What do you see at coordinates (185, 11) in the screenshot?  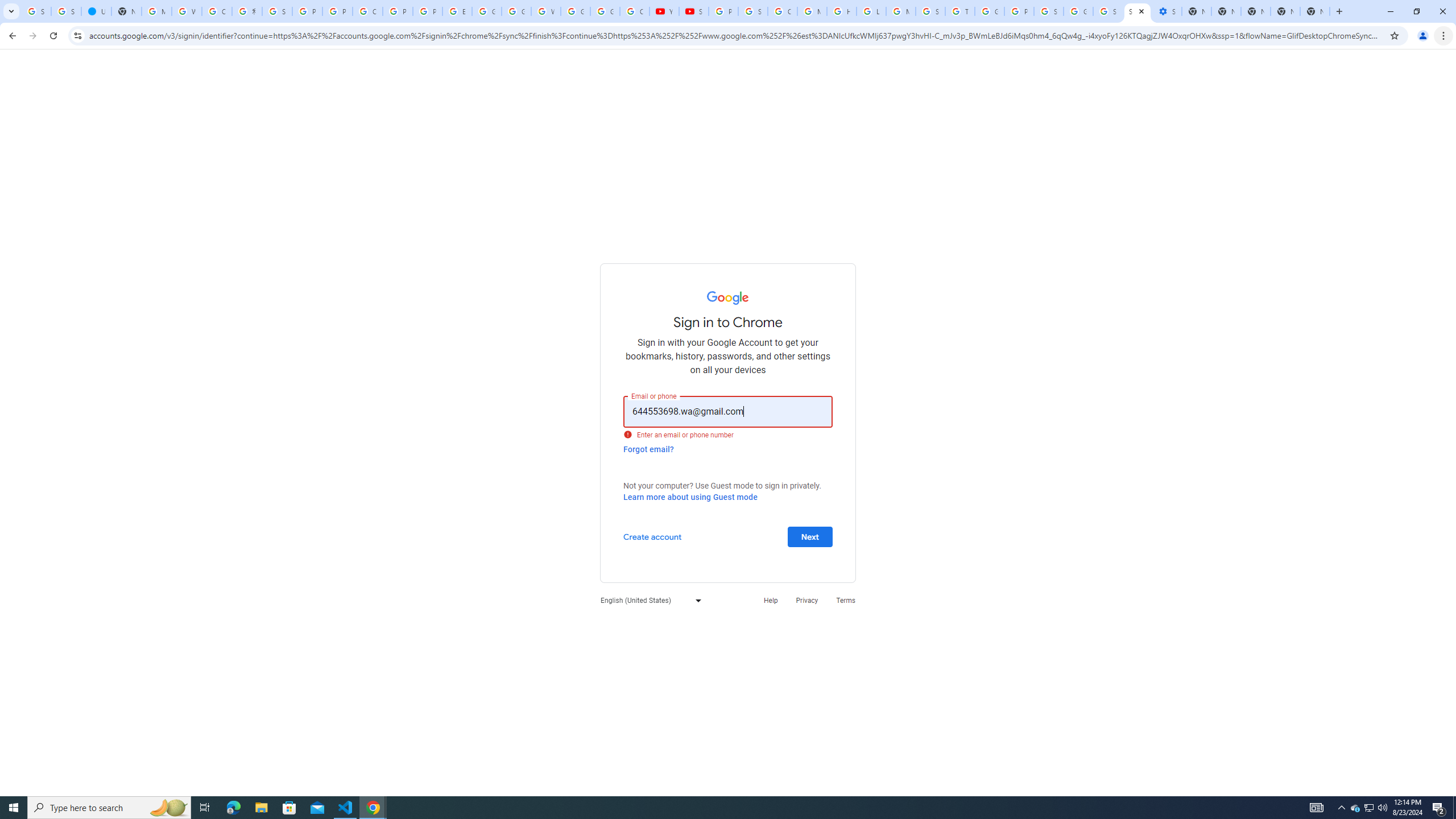 I see `'Who is my administrator? - Google Account Help'` at bounding box center [185, 11].